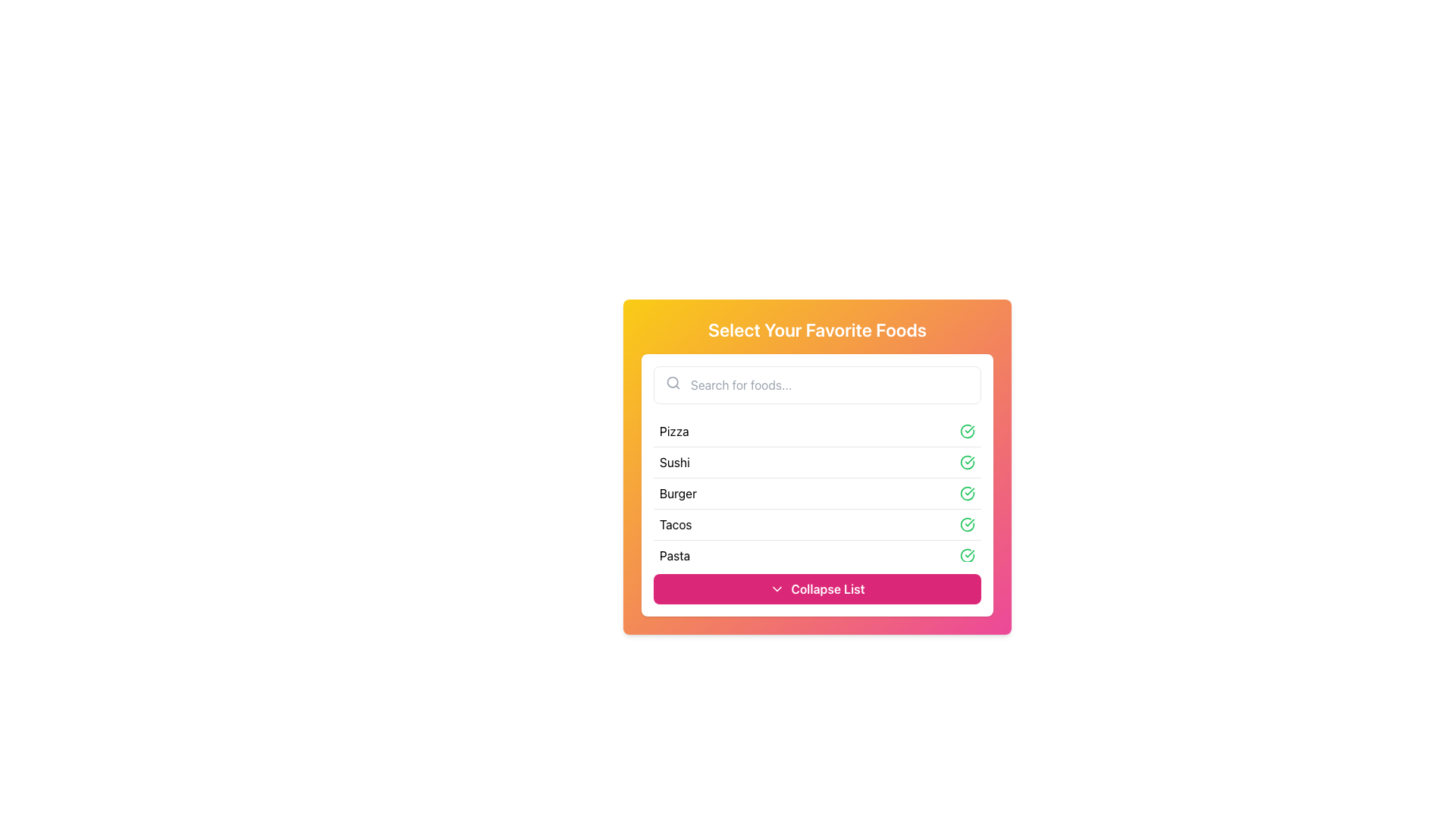 This screenshot has width=1456, height=819. Describe the element at coordinates (817, 488) in the screenshot. I see `the list item labeled 'Burger', which is the third item in the vertical list within the panel titled 'Select Your Favorite Foods'` at that location.